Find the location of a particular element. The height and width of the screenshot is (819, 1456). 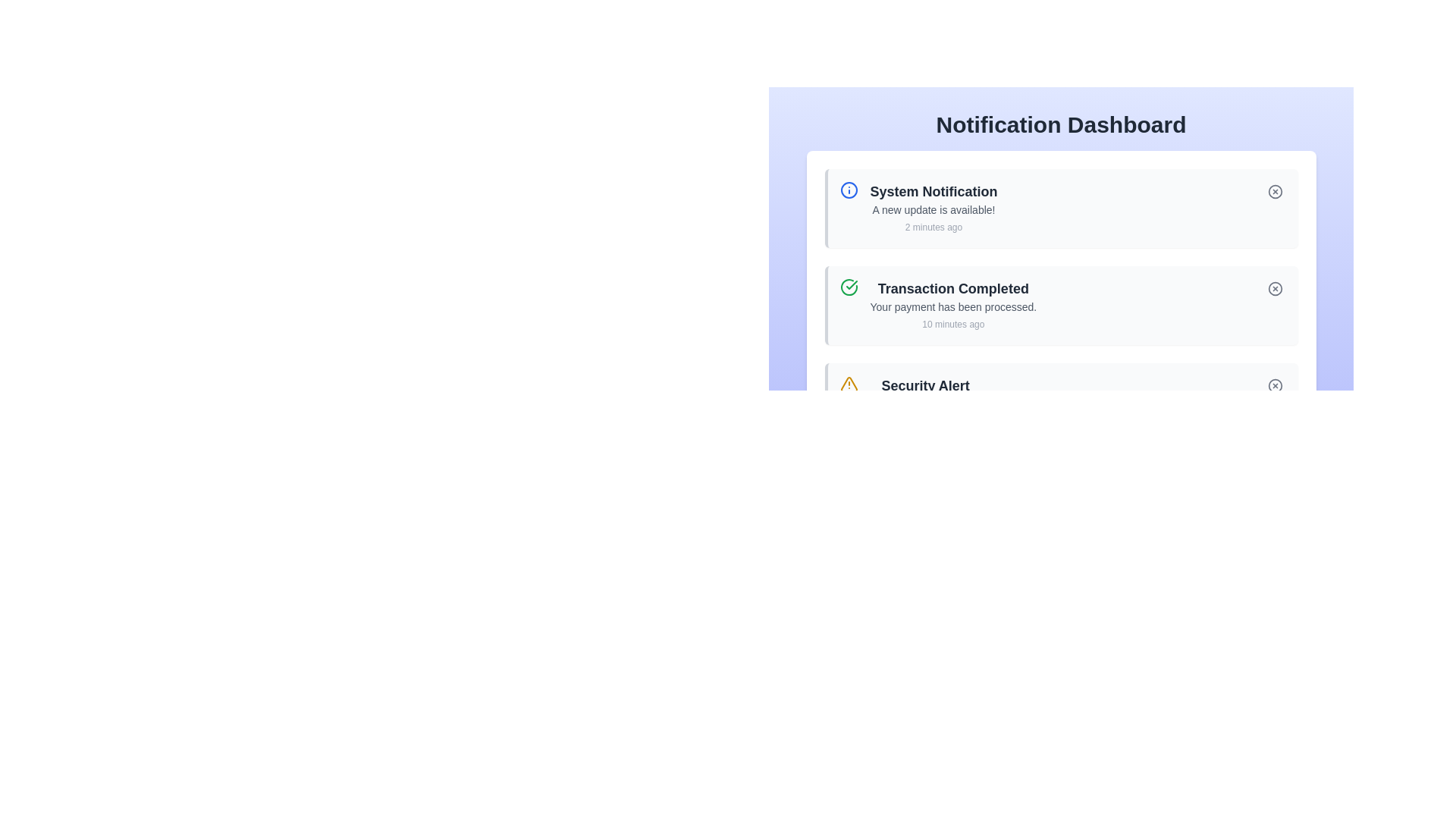

the timestamp text label located in the bottom-right corner of the notification card, below the message 'A new update is available!' is located at coordinates (933, 227).